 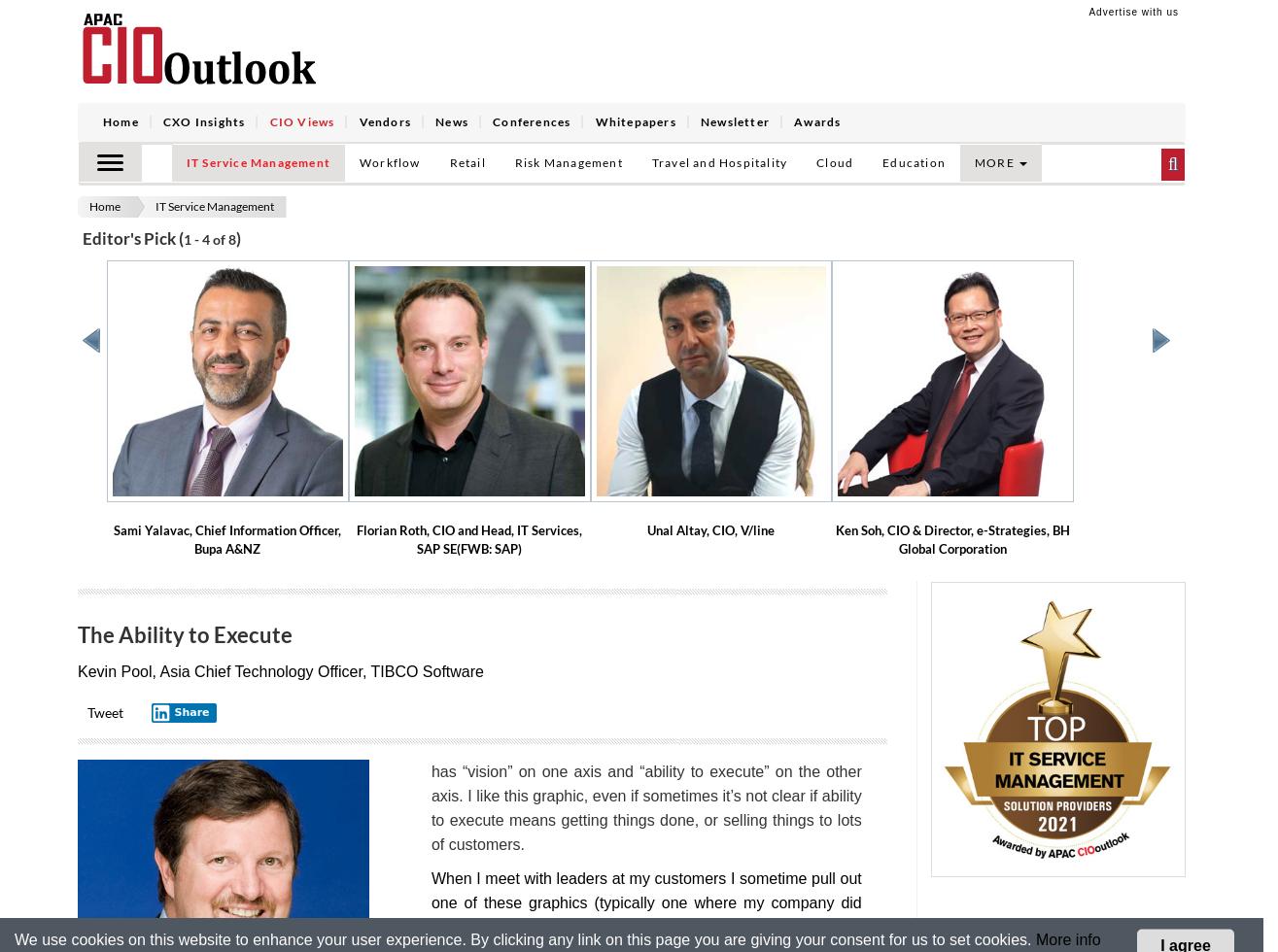 What do you see at coordinates (225, 238) in the screenshot?
I see `'of 8'` at bounding box center [225, 238].